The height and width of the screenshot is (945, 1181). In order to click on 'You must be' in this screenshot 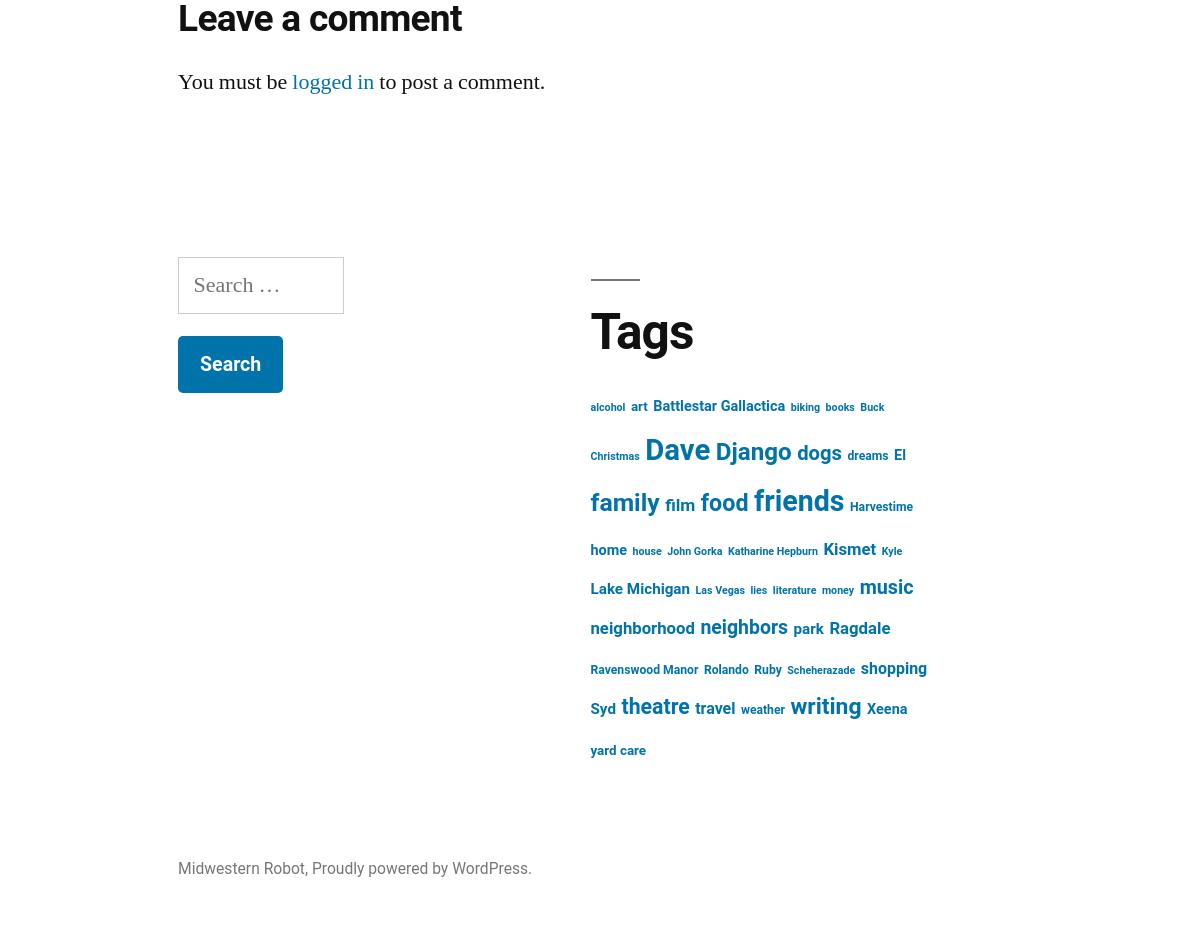, I will do `click(235, 81)`.